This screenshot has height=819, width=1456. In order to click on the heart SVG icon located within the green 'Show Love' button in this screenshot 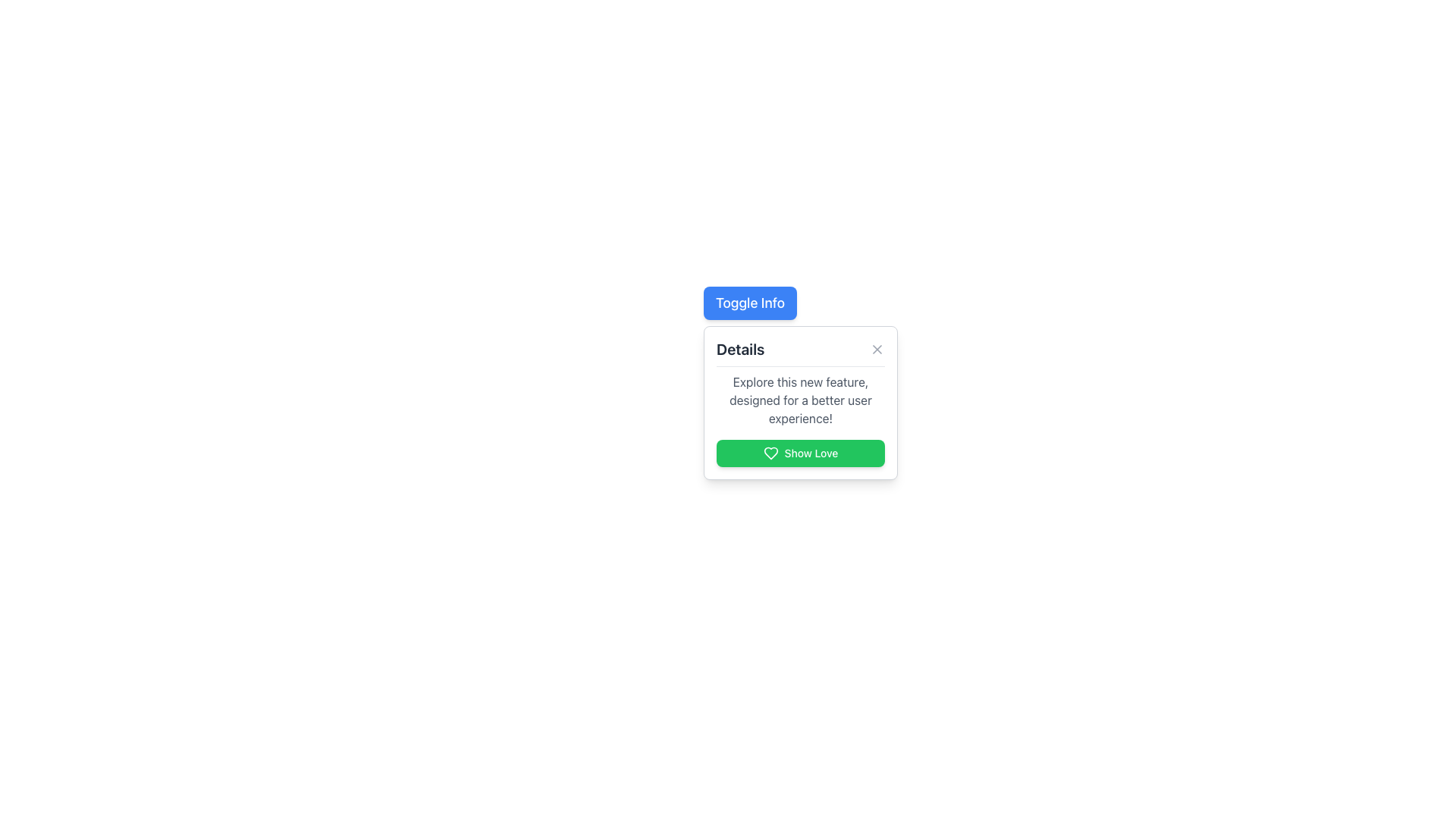, I will do `click(770, 452)`.